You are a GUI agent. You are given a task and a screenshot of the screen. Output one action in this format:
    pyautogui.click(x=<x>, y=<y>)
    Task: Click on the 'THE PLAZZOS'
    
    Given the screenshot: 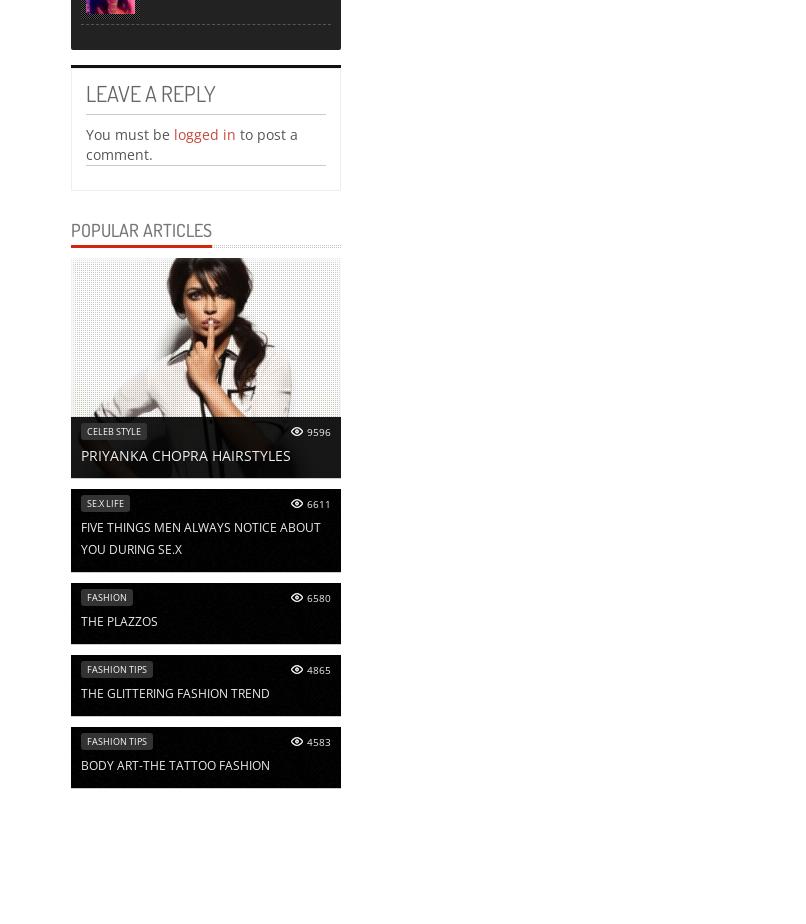 What is the action you would take?
    pyautogui.click(x=80, y=621)
    